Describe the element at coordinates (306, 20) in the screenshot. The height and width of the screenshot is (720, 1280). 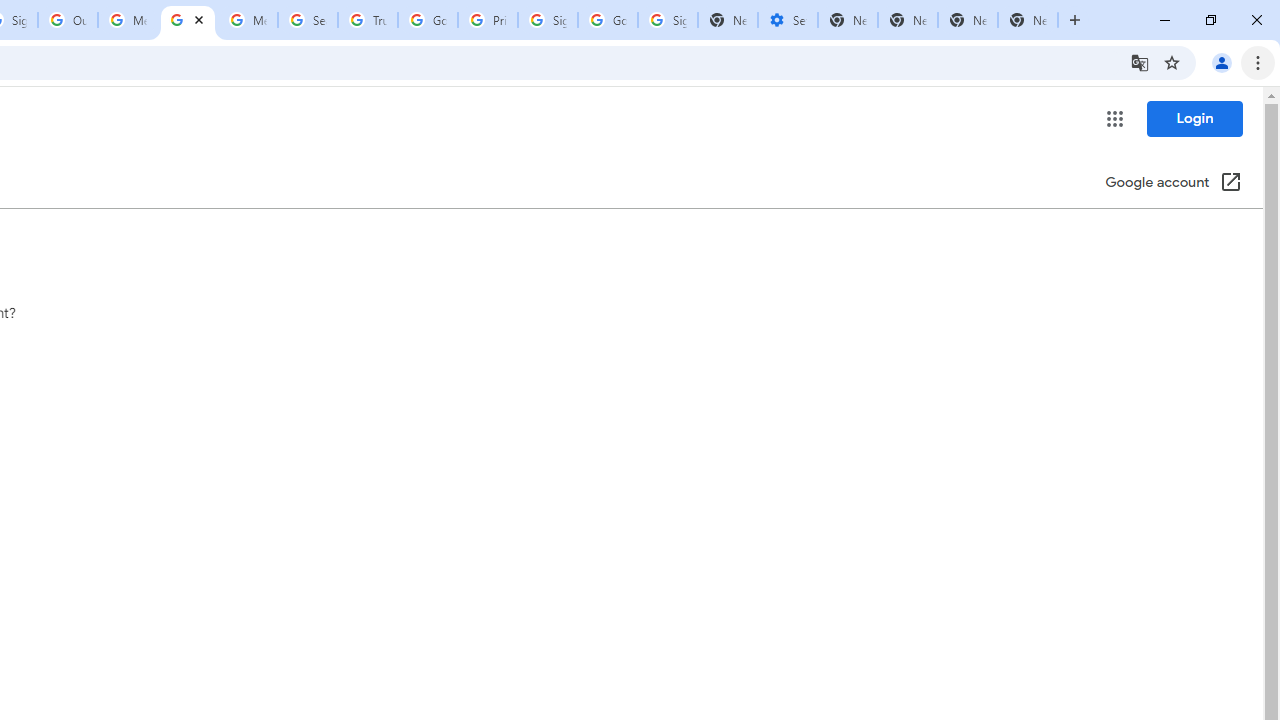
I see `'Search our Doodle Library Collection - Google Doodles'` at that location.